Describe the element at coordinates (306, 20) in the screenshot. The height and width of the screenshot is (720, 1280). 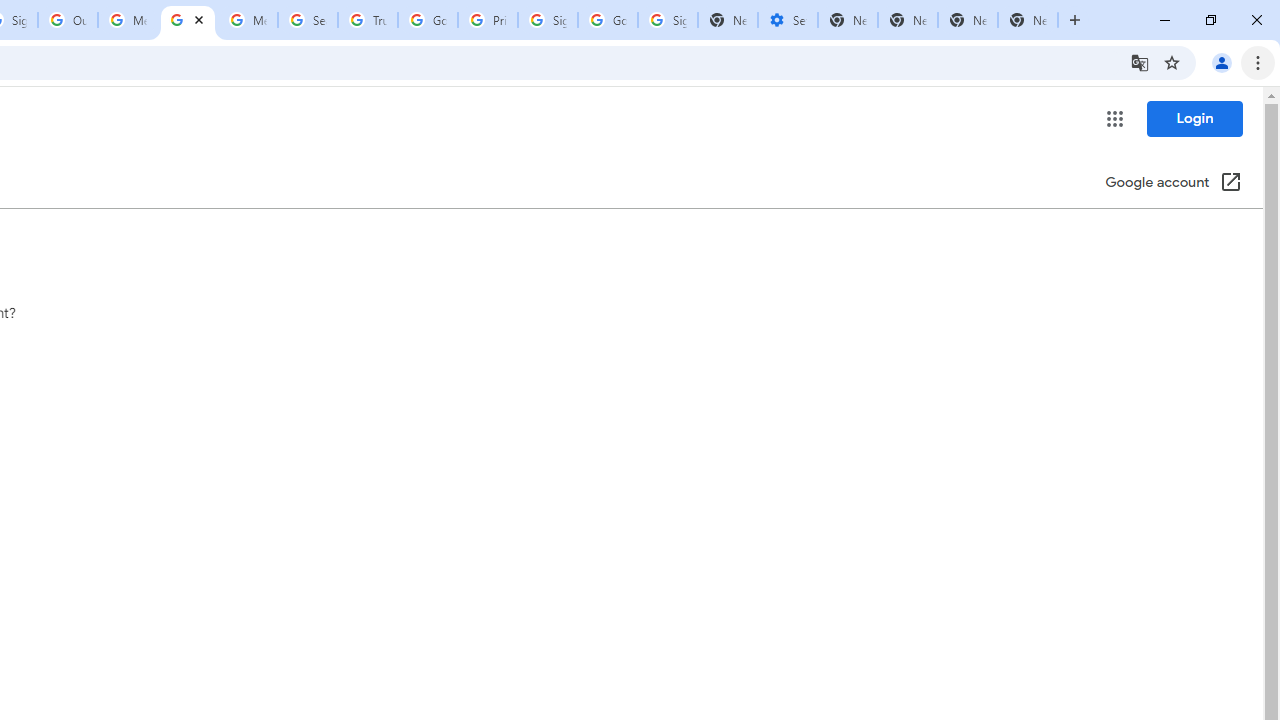
I see `'Search our Doodle Library Collection - Google Doodles'` at that location.